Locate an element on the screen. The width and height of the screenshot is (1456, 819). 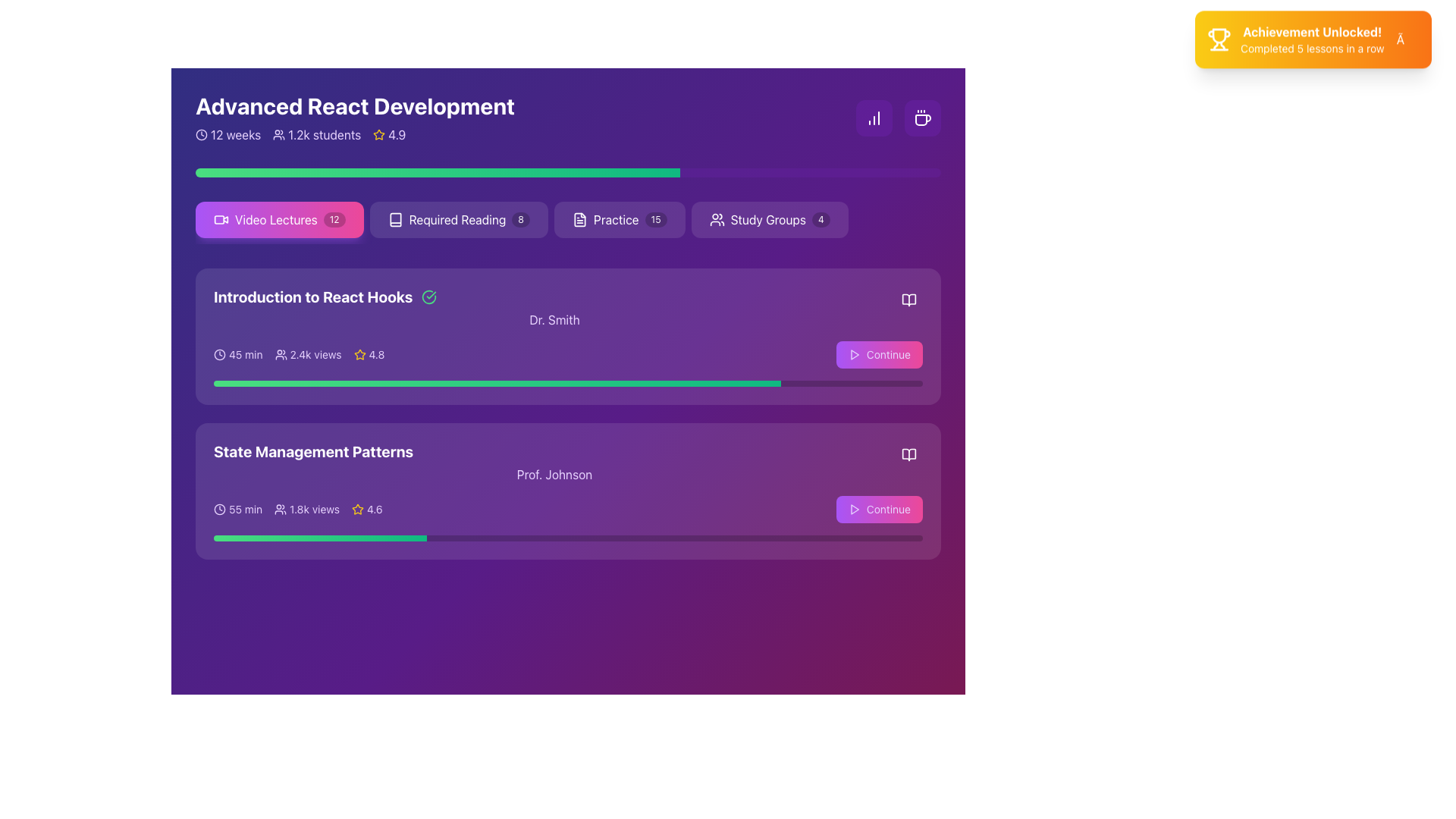
the play icon located in the lower-right corner of the 'Introduction to React Hooks' section, which is part of the pinkish 'Continue' button is located at coordinates (855, 509).